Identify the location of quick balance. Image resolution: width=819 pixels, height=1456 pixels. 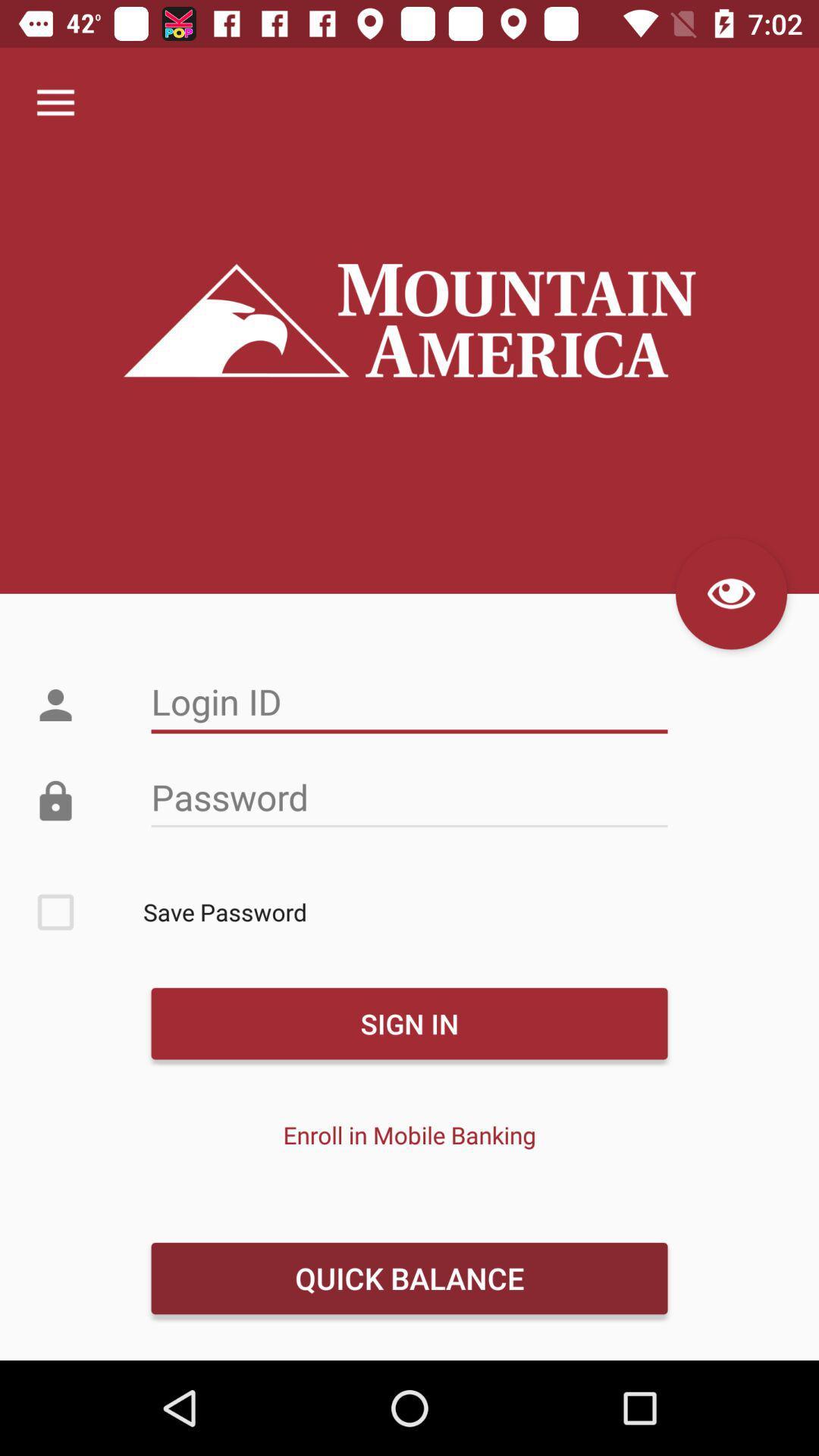
(409, 1277).